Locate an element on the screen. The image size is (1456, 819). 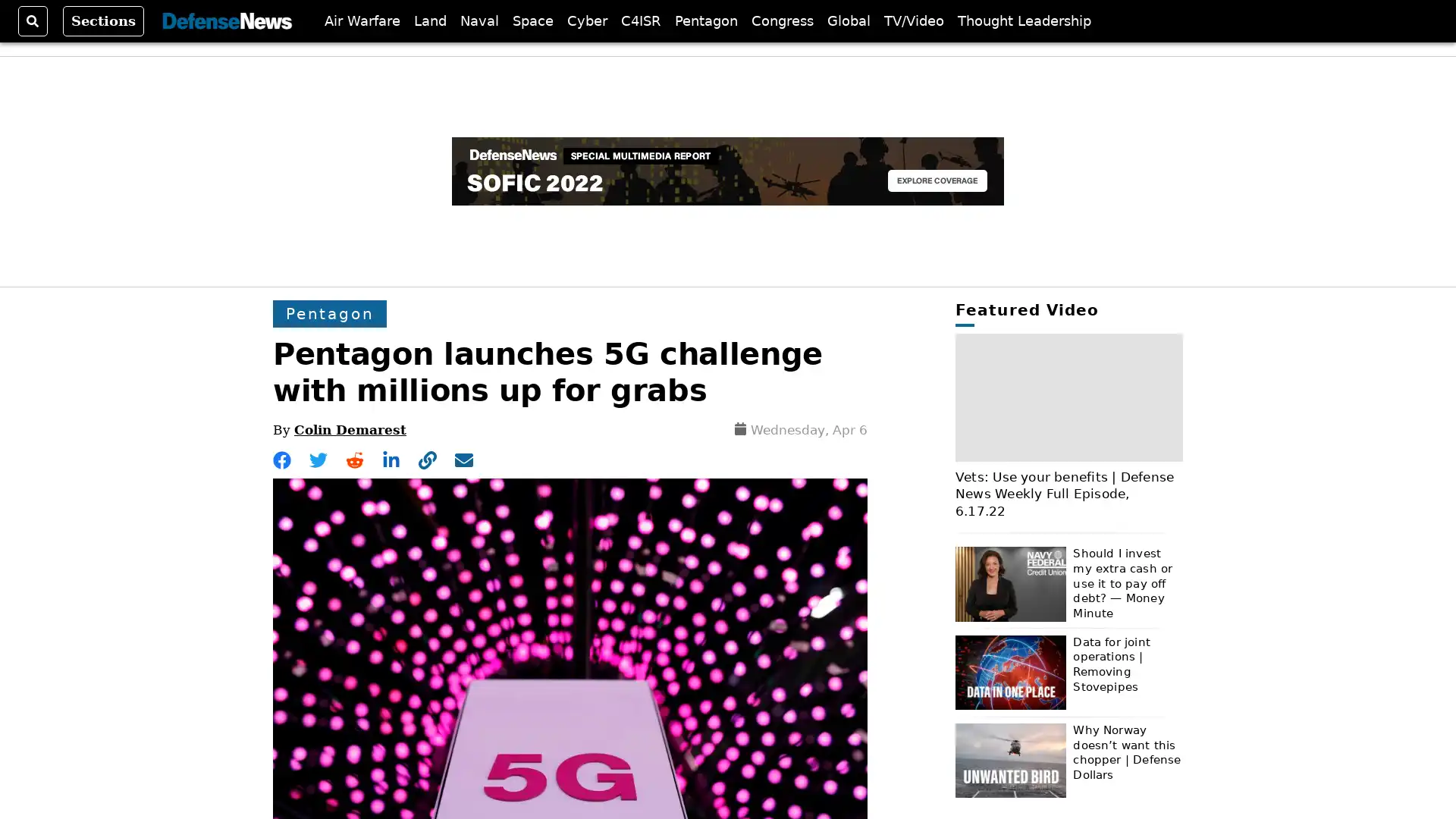
Play is located at coordinates (1068, 394).